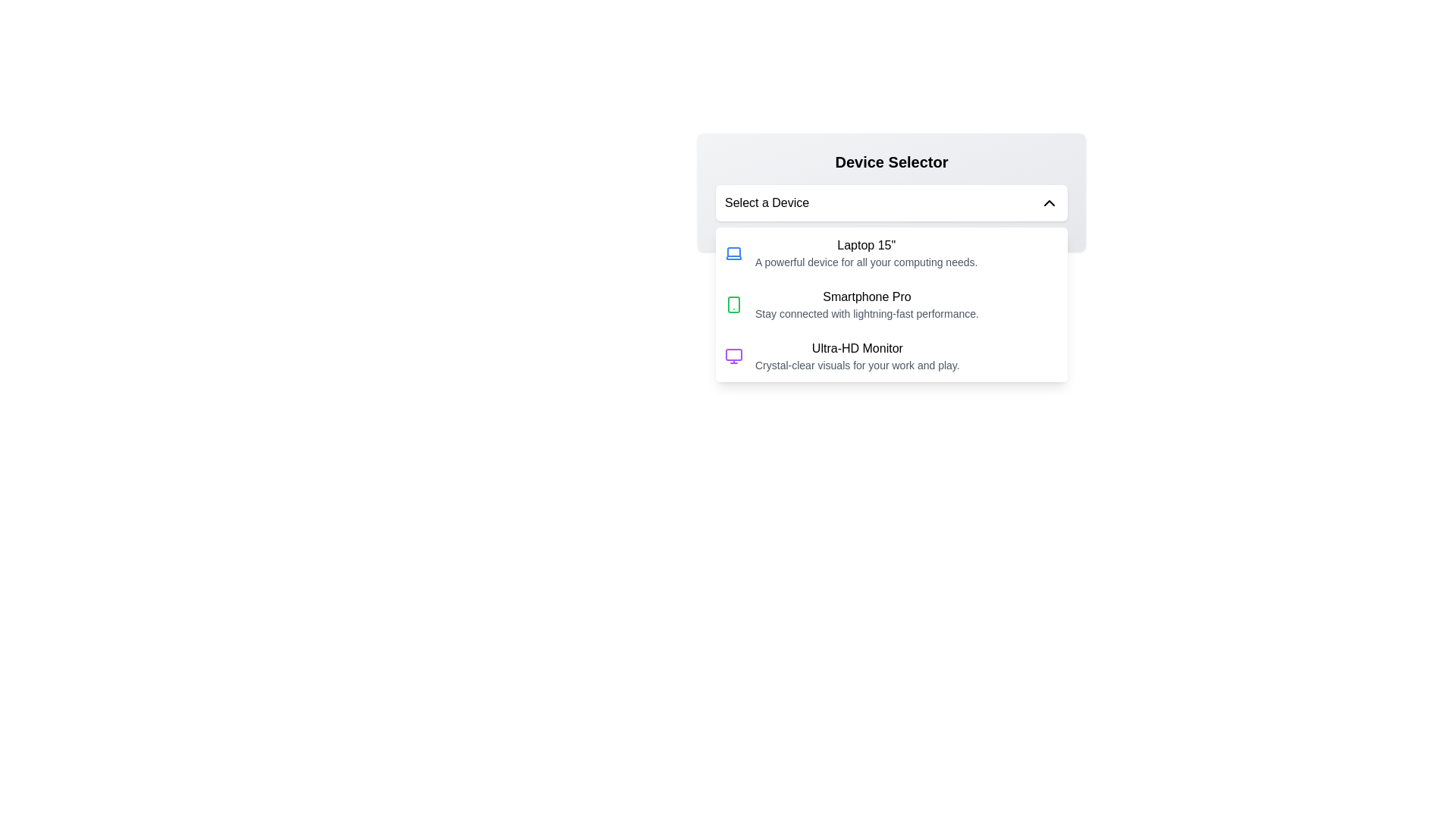 The width and height of the screenshot is (1456, 819). Describe the element at coordinates (892, 356) in the screenshot. I see `the selectable list item titled 'Ultra-HD Monitor' in the dropdown menu` at that location.